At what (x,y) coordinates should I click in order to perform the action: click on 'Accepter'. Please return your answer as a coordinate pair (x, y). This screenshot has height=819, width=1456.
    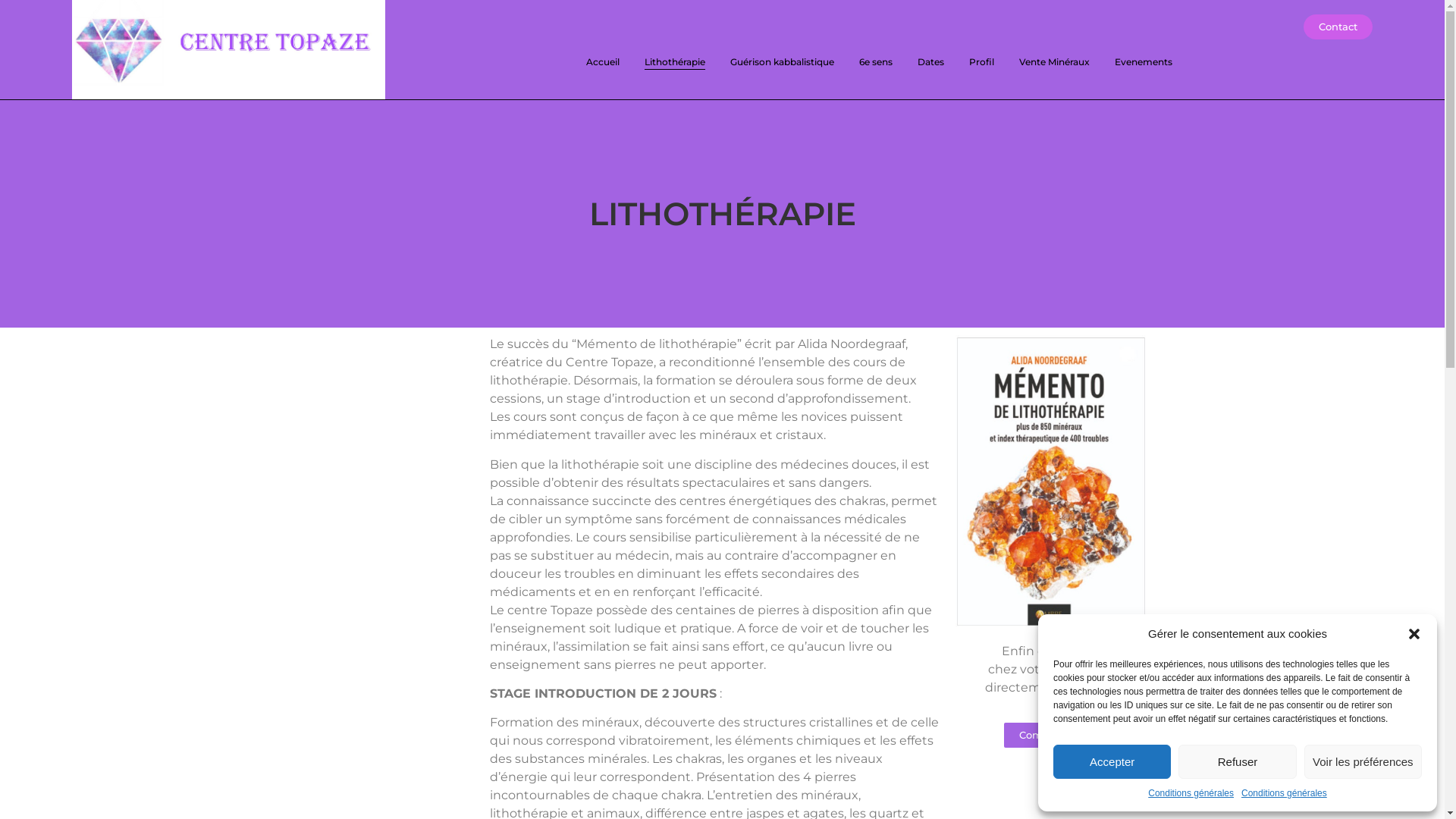
    Looking at the image, I should click on (1112, 761).